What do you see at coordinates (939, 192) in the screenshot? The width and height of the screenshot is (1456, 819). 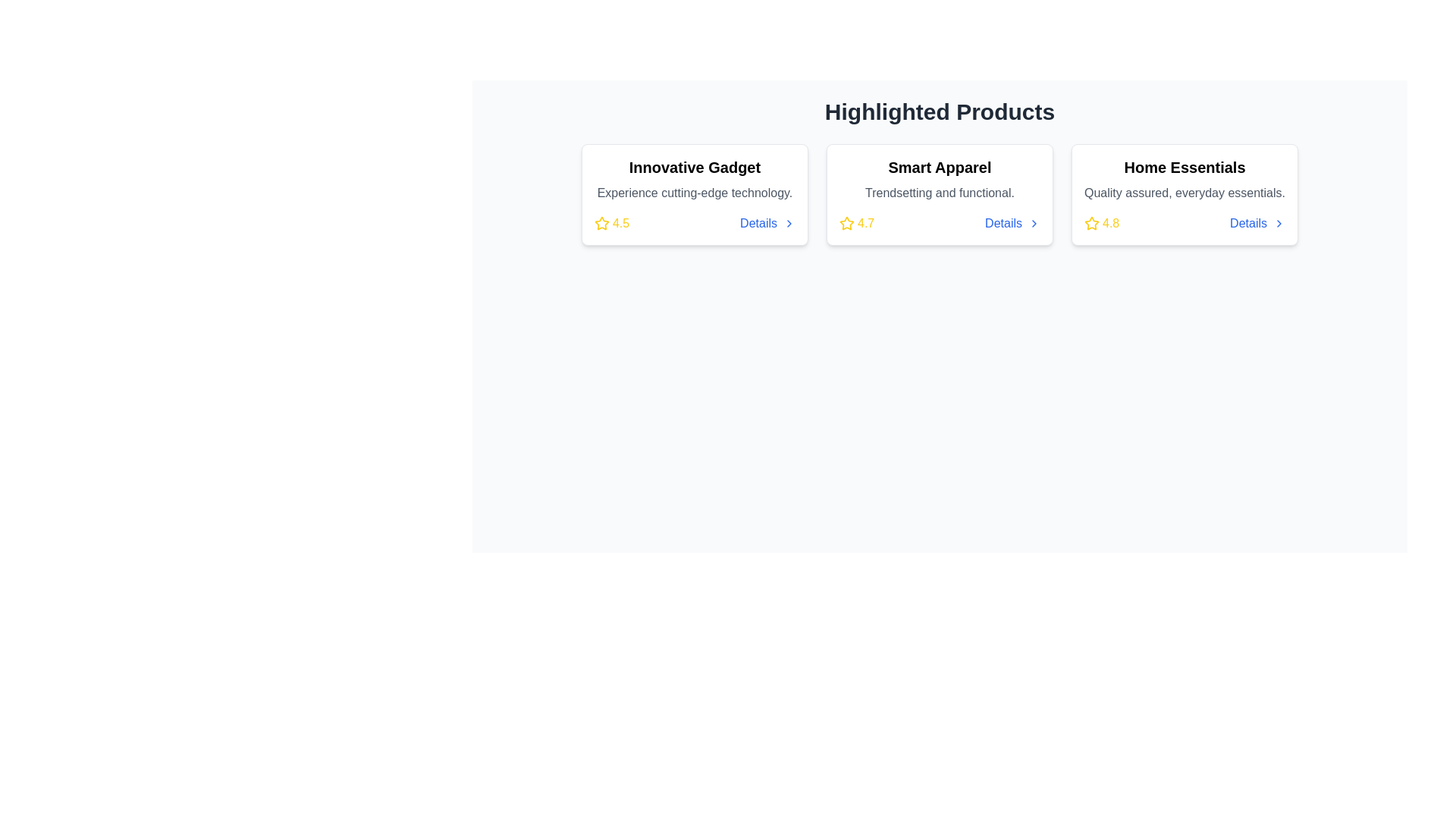 I see `the text label element that reads 'Trendsetting and functional.' which is styled in gray and positioned below the title 'Smart Apparel.'` at bounding box center [939, 192].